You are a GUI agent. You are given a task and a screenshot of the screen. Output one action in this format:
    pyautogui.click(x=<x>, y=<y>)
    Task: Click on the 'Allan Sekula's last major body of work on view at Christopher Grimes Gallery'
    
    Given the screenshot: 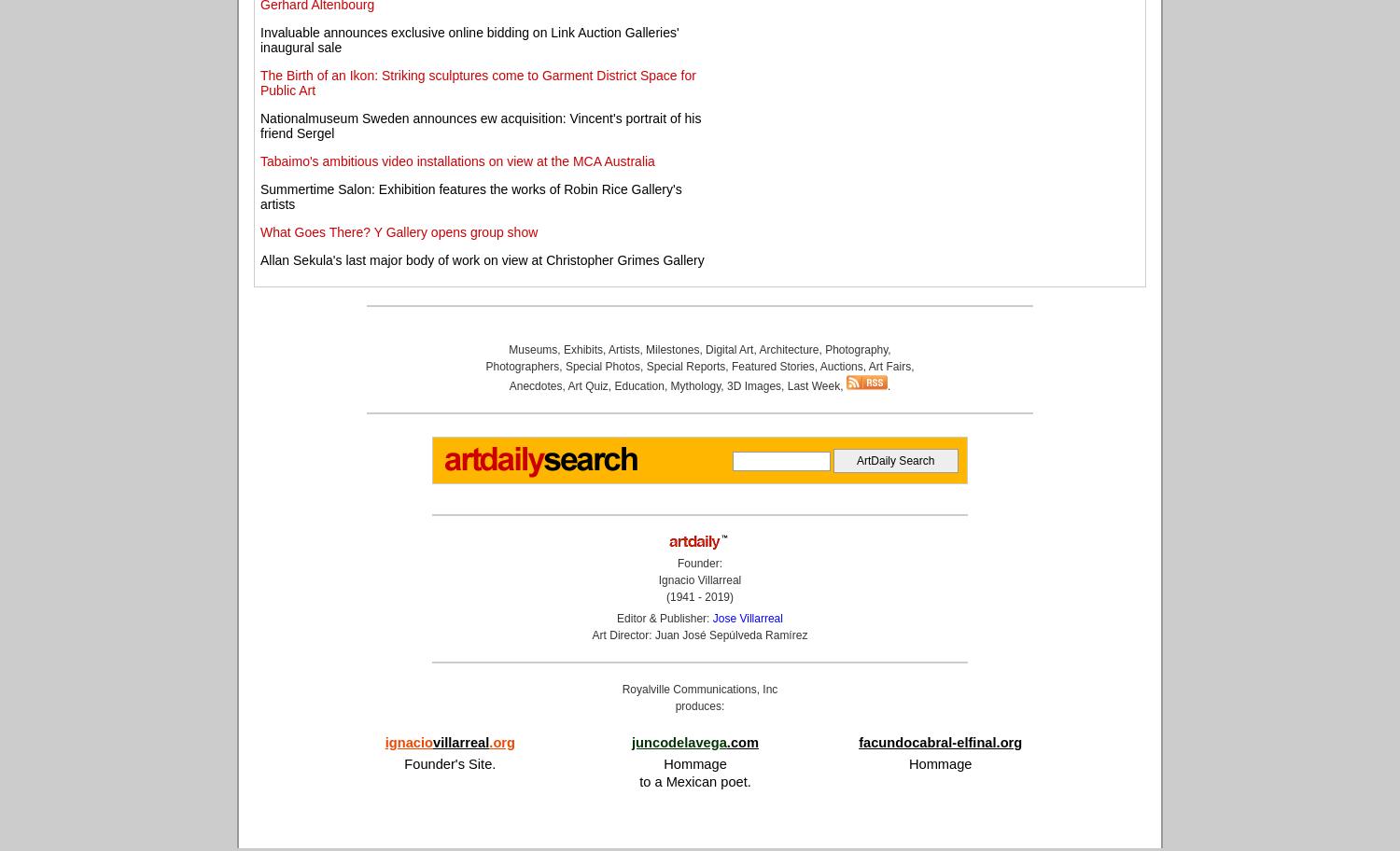 What is the action you would take?
    pyautogui.click(x=260, y=258)
    